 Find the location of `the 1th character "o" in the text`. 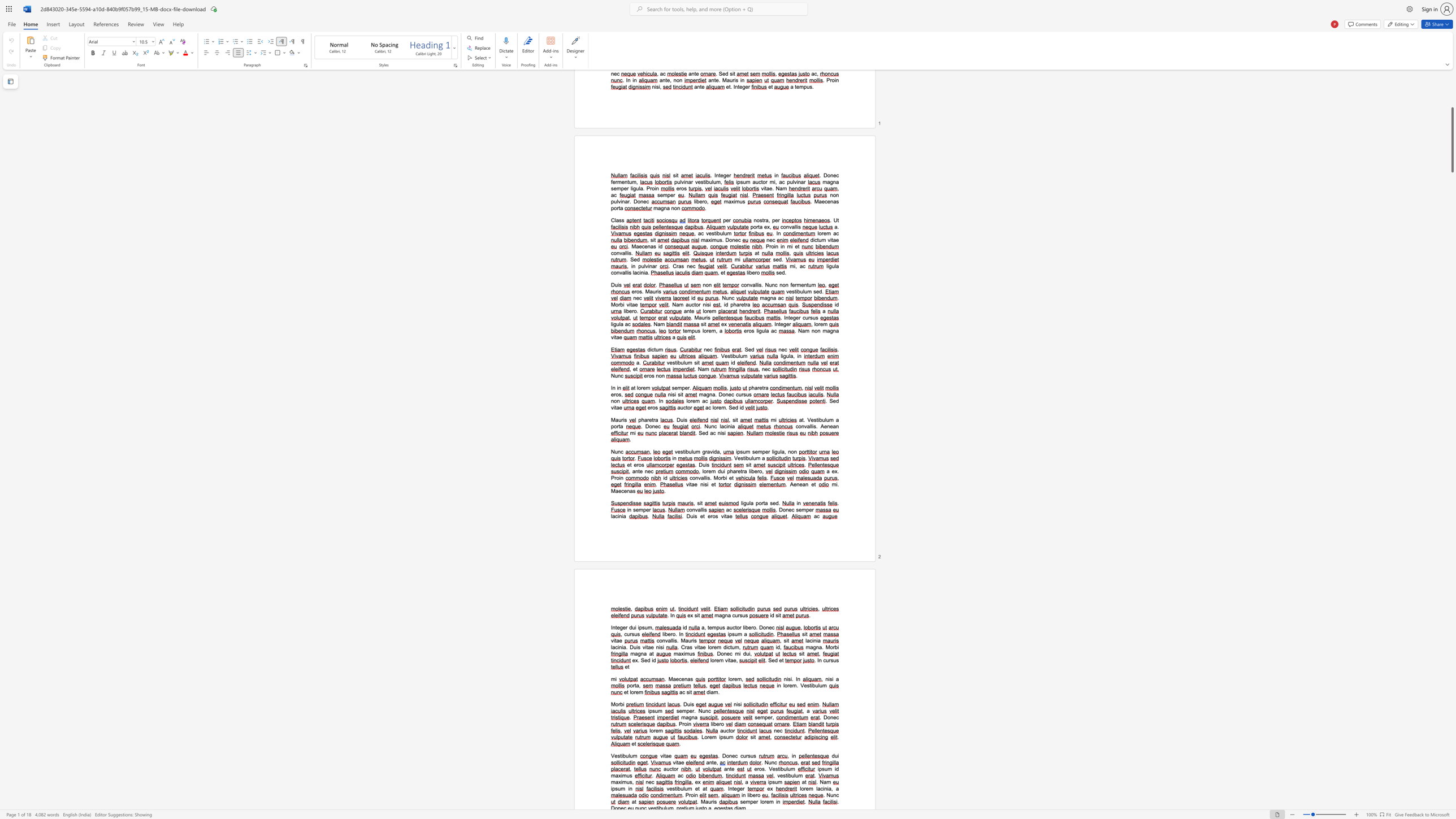

the 1th character "o" in the text is located at coordinates (632, 691).